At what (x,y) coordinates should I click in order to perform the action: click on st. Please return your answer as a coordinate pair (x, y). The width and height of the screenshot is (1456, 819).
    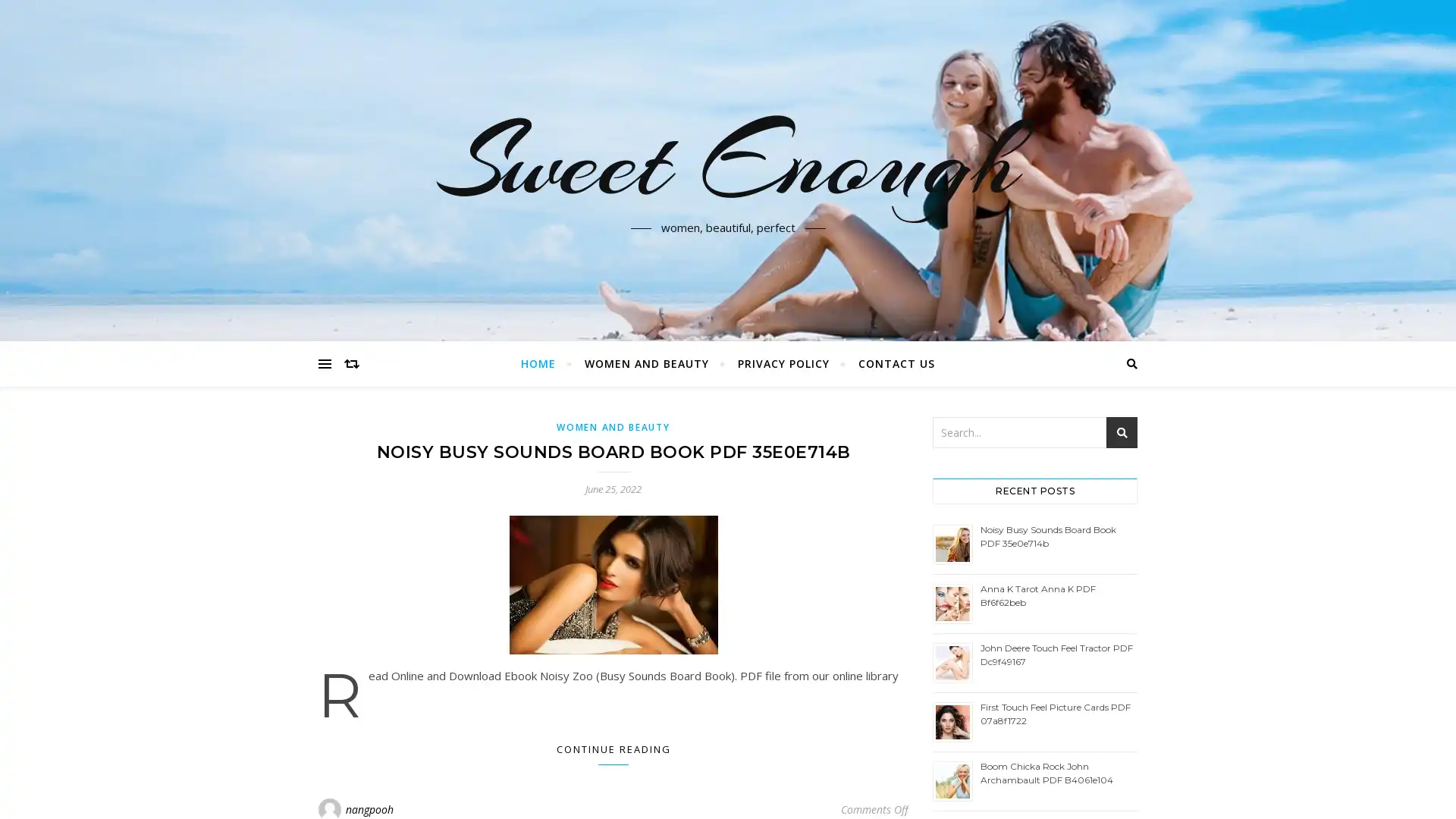
    Looking at the image, I should click on (1122, 432).